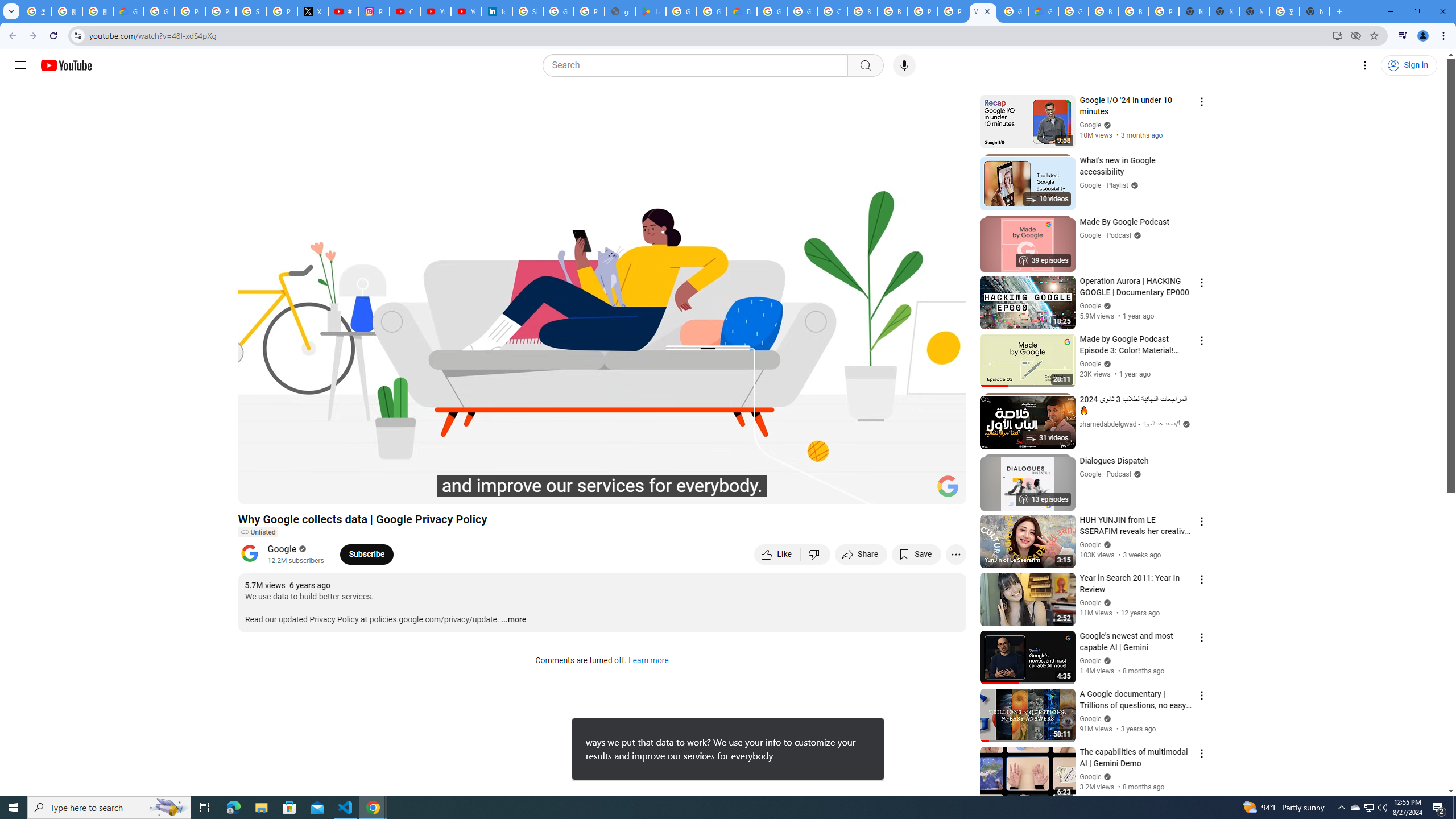  I want to click on 'Seek slider', so click(601, 475).